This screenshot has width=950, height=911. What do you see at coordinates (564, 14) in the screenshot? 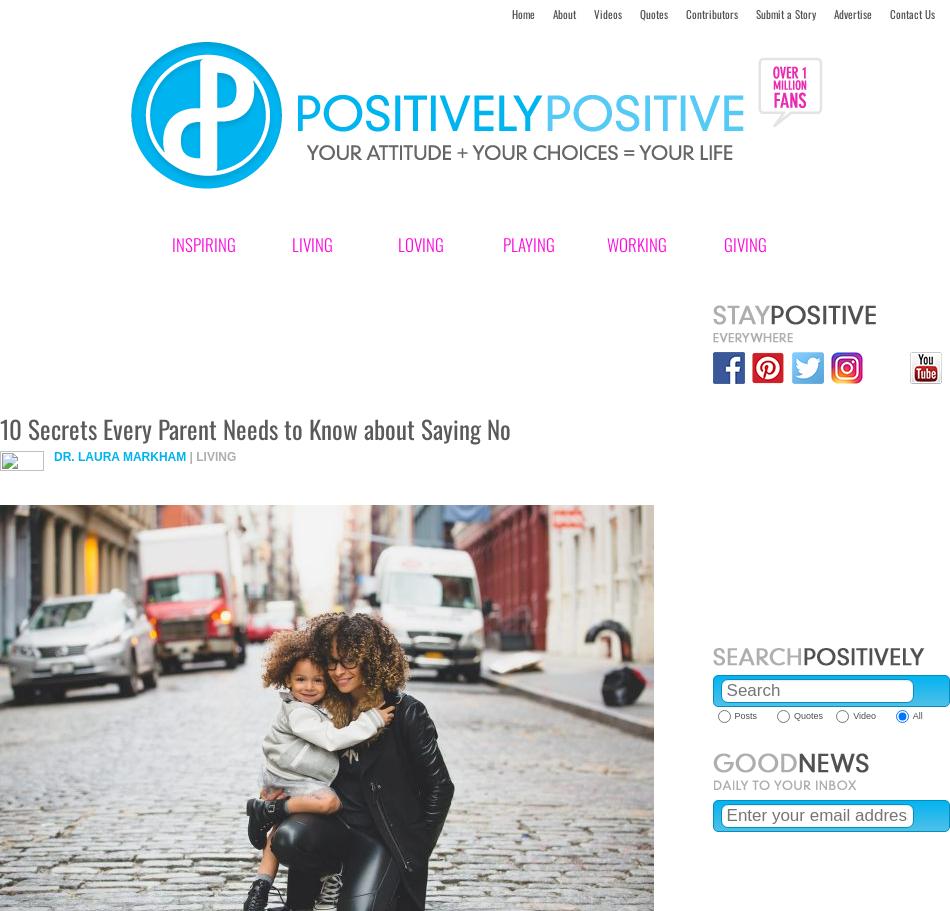
I see `'About'` at bounding box center [564, 14].